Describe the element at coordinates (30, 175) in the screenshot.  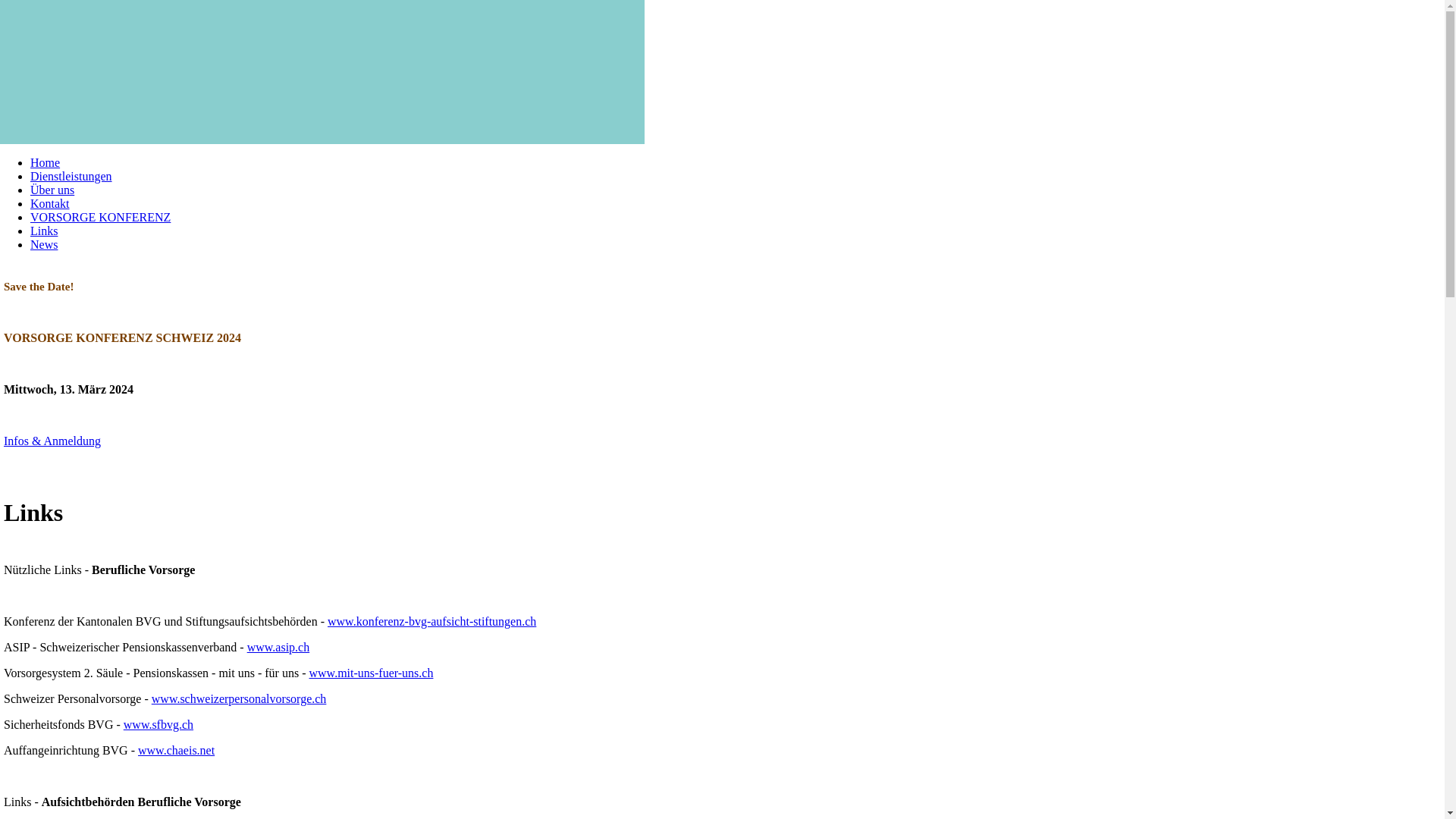
I see `'Dienstleistungen'` at that location.